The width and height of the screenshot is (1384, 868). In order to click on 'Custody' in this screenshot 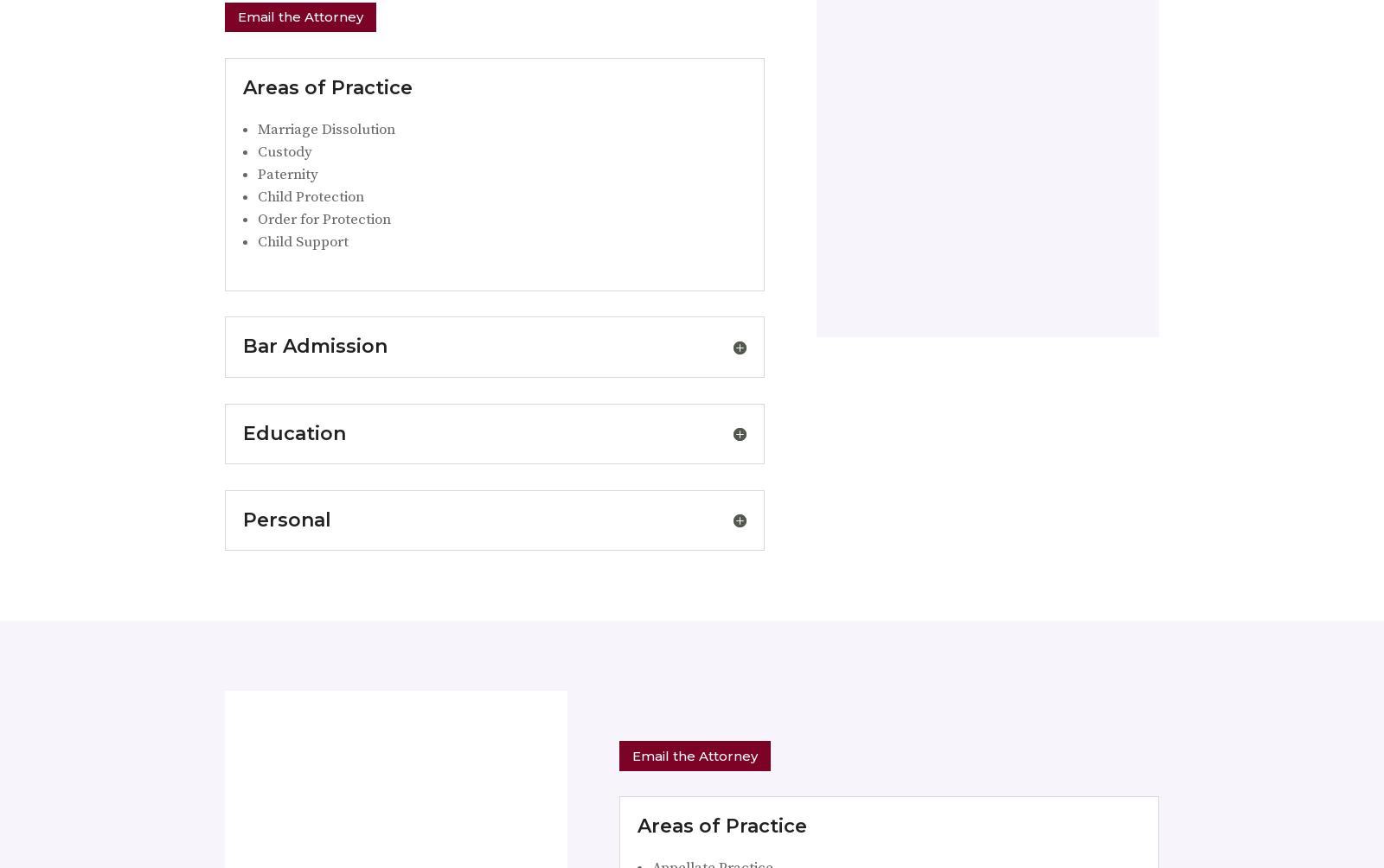, I will do `click(285, 150)`.